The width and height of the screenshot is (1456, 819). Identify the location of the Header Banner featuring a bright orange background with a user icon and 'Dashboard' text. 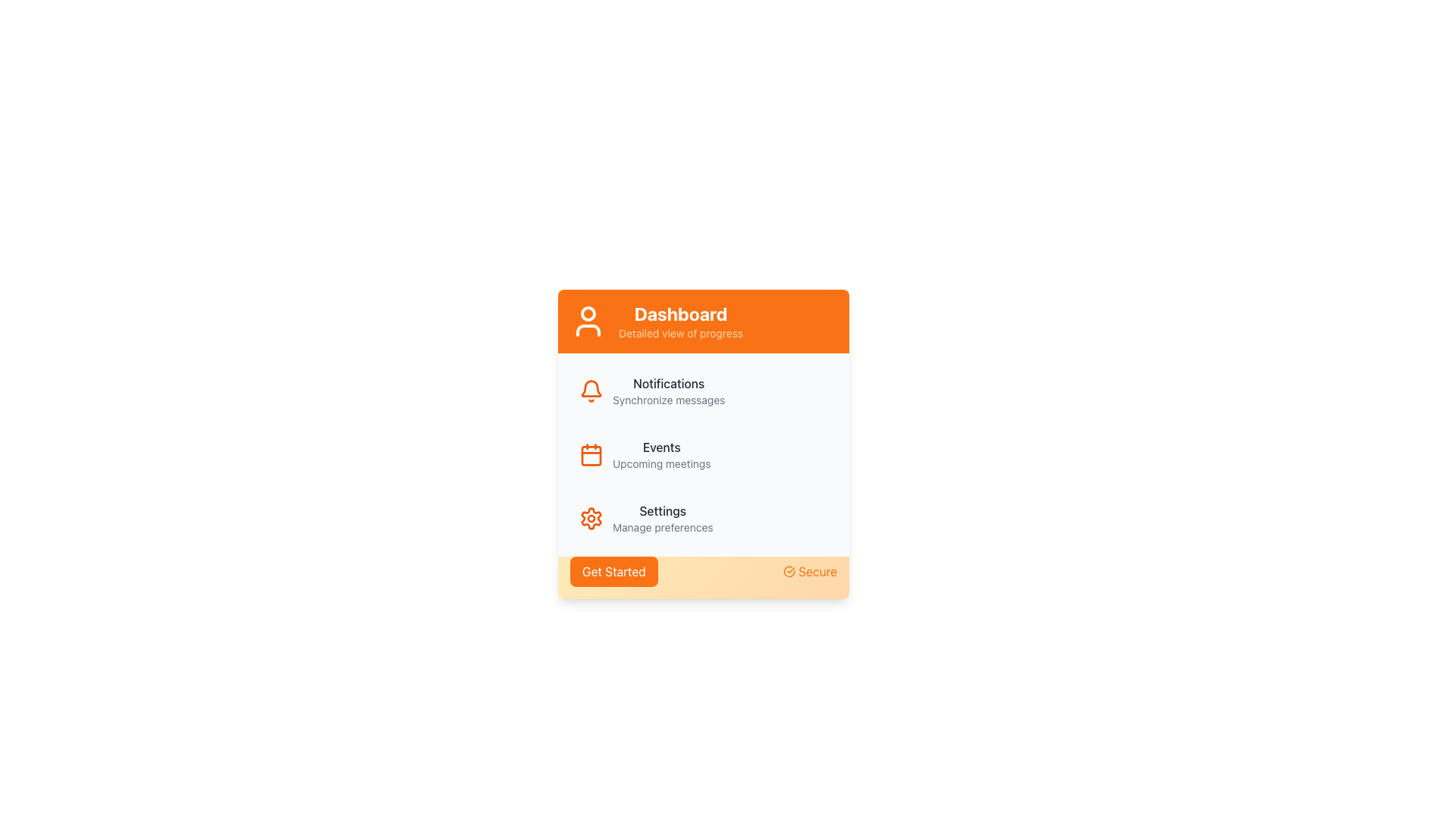
(702, 321).